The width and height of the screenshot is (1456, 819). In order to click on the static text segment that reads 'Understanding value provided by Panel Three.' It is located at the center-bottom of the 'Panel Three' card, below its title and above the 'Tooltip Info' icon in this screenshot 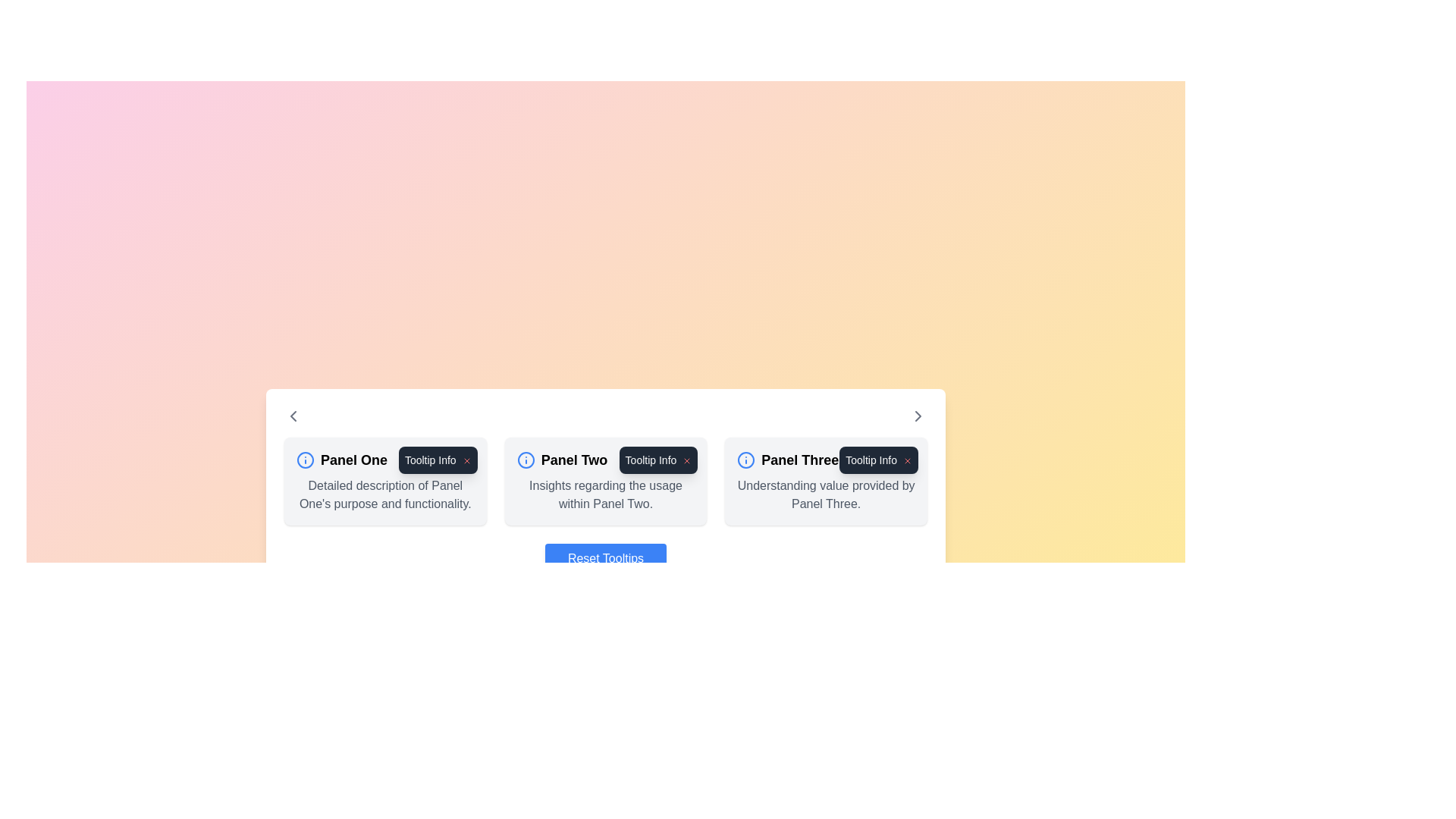, I will do `click(825, 494)`.